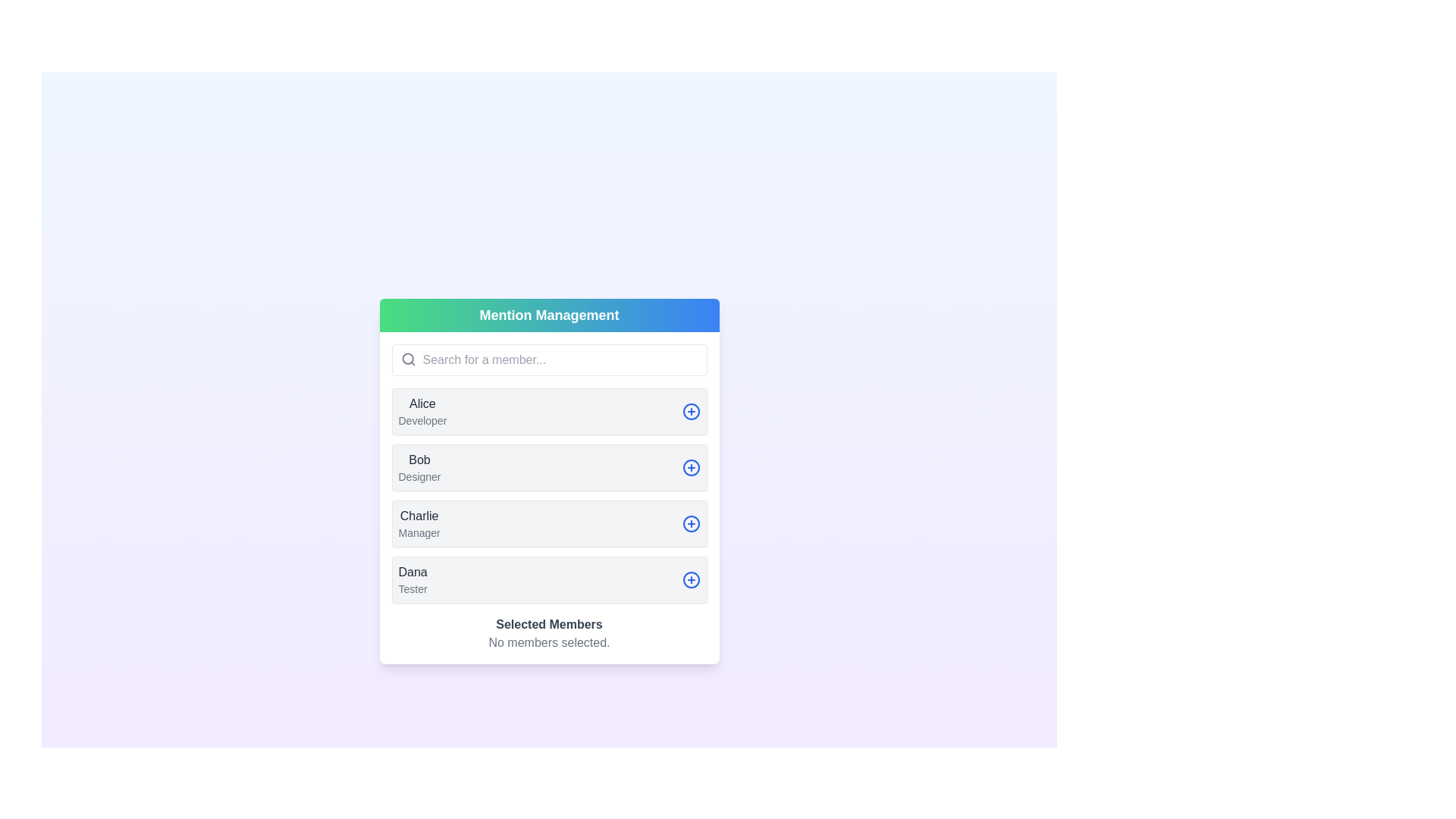  Describe the element at coordinates (422, 412) in the screenshot. I see `the text label displaying 'Alice' and 'Developer', which is the first item in the user entries list below the search bar` at that location.